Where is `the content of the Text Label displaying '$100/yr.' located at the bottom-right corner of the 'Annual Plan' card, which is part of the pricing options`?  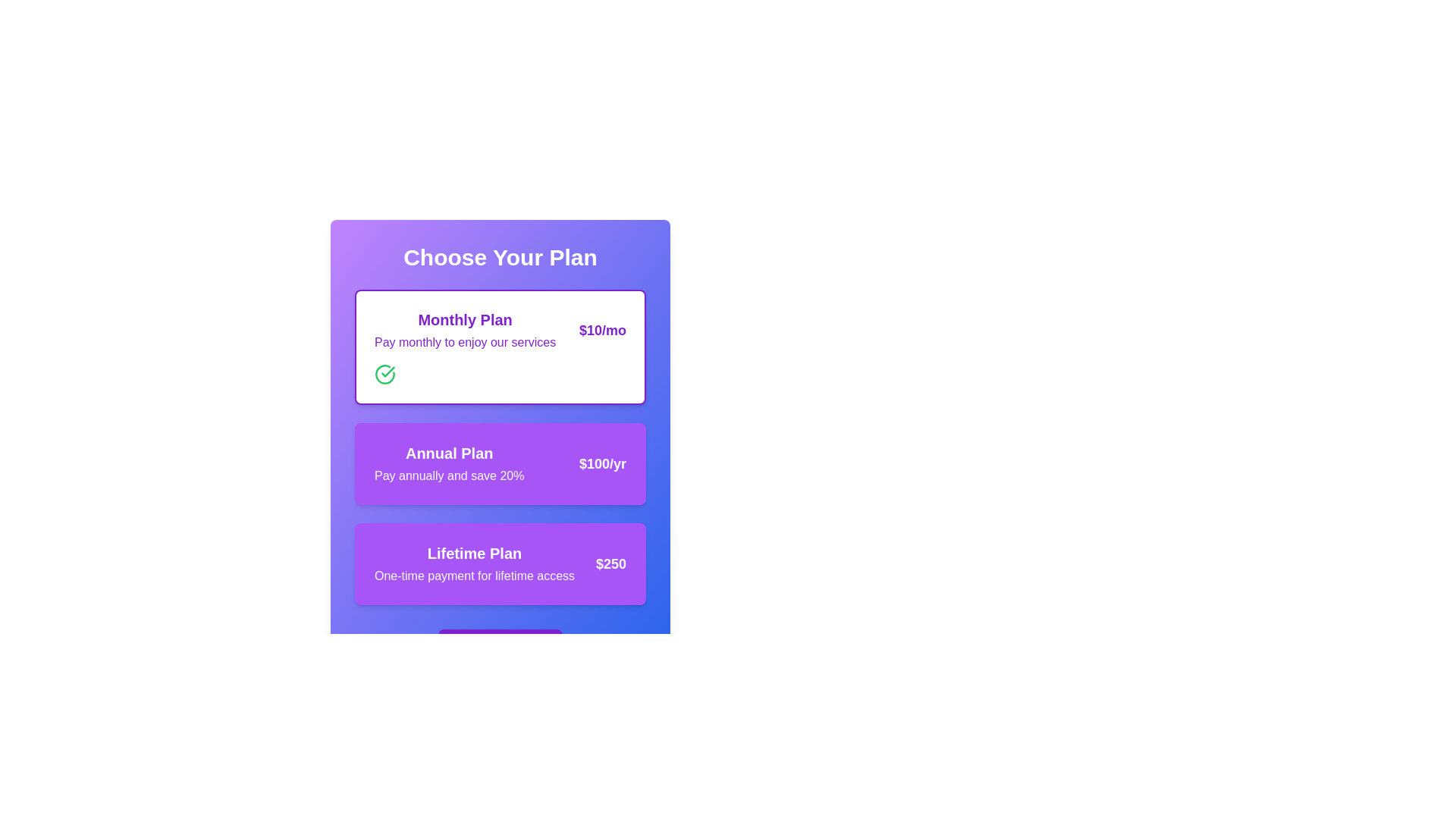
the content of the Text Label displaying '$100/yr.' located at the bottom-right corner of the 'Annual Plan' card, which is part of the pricing options is located at coordinates (601, 463).